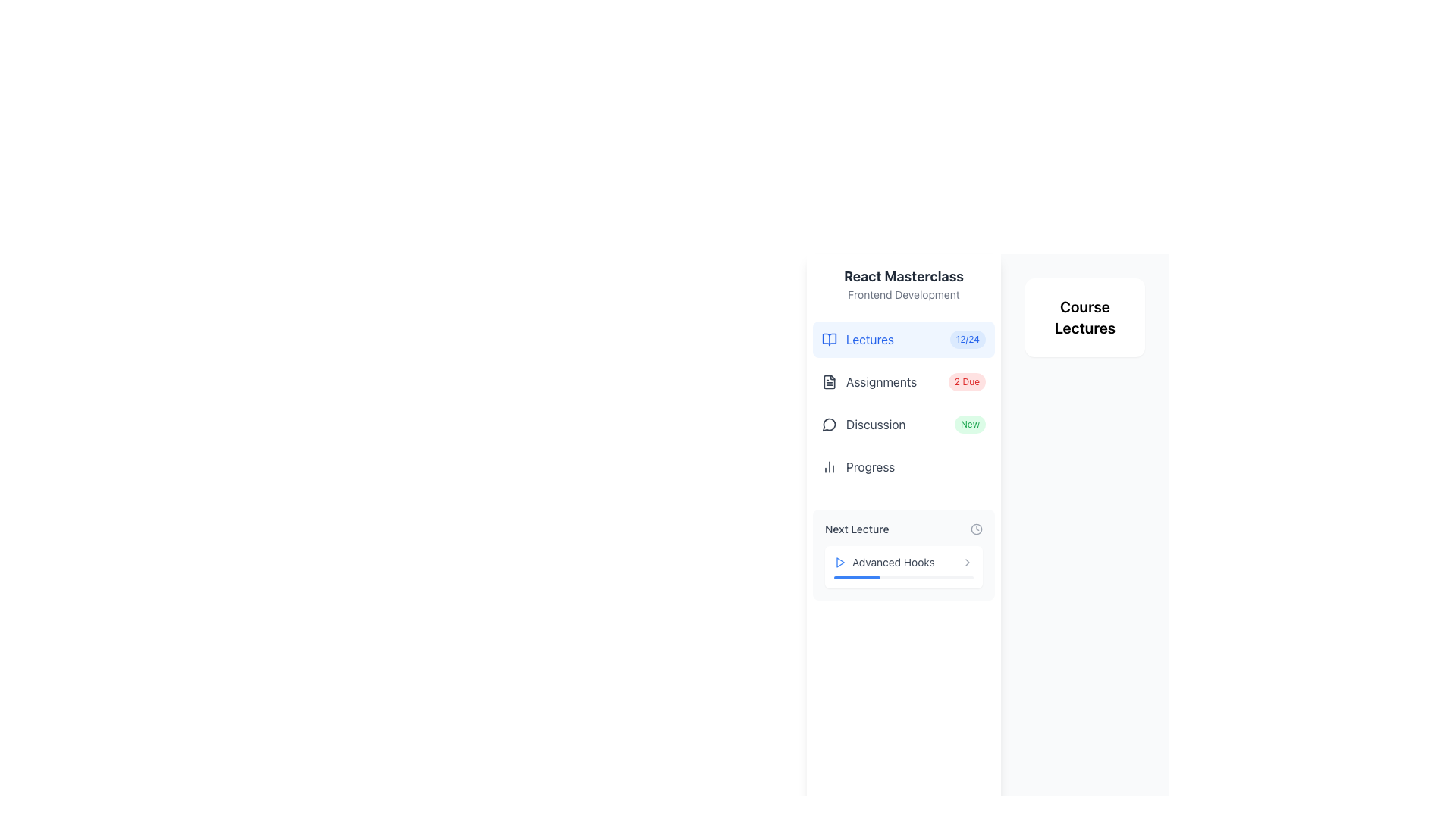  I want to click on the Text Header that displays the name and a short description of a course, located at the top of the sidebar section above 'Lectures' and 'Assignments', so click(903, 284).